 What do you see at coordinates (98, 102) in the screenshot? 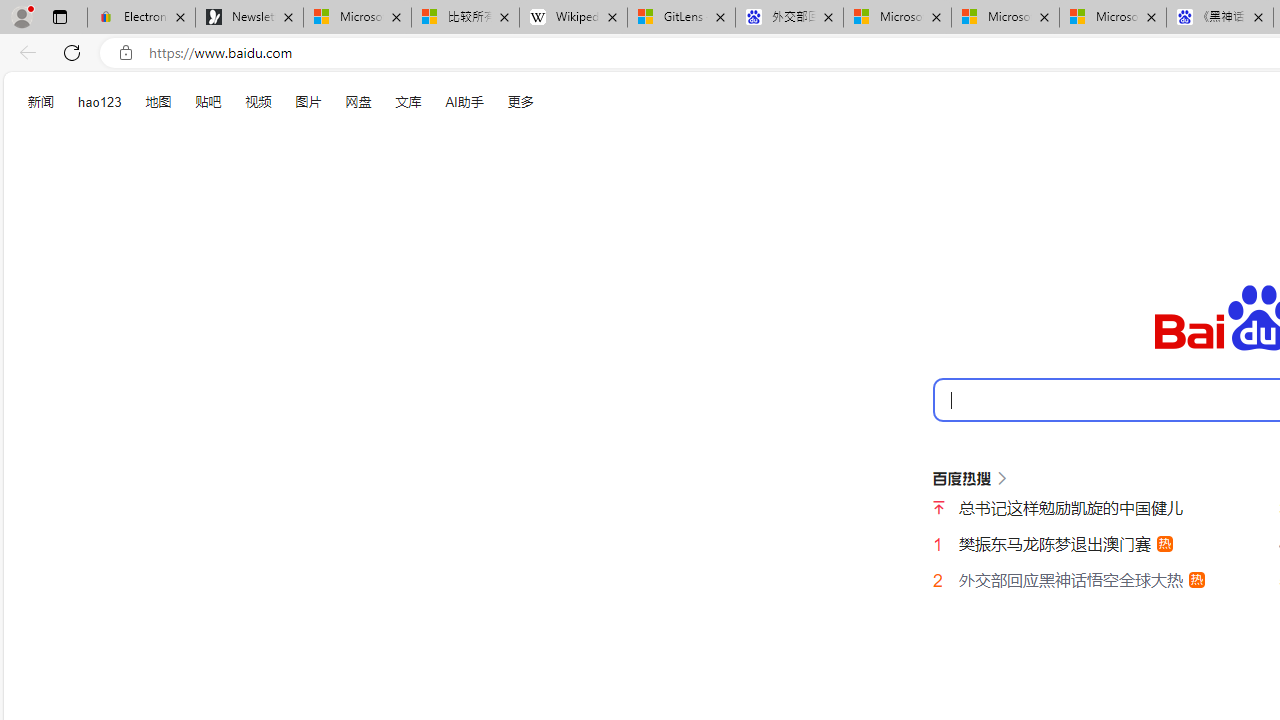
I see `'hao123'` at bounding box center [98, 102].